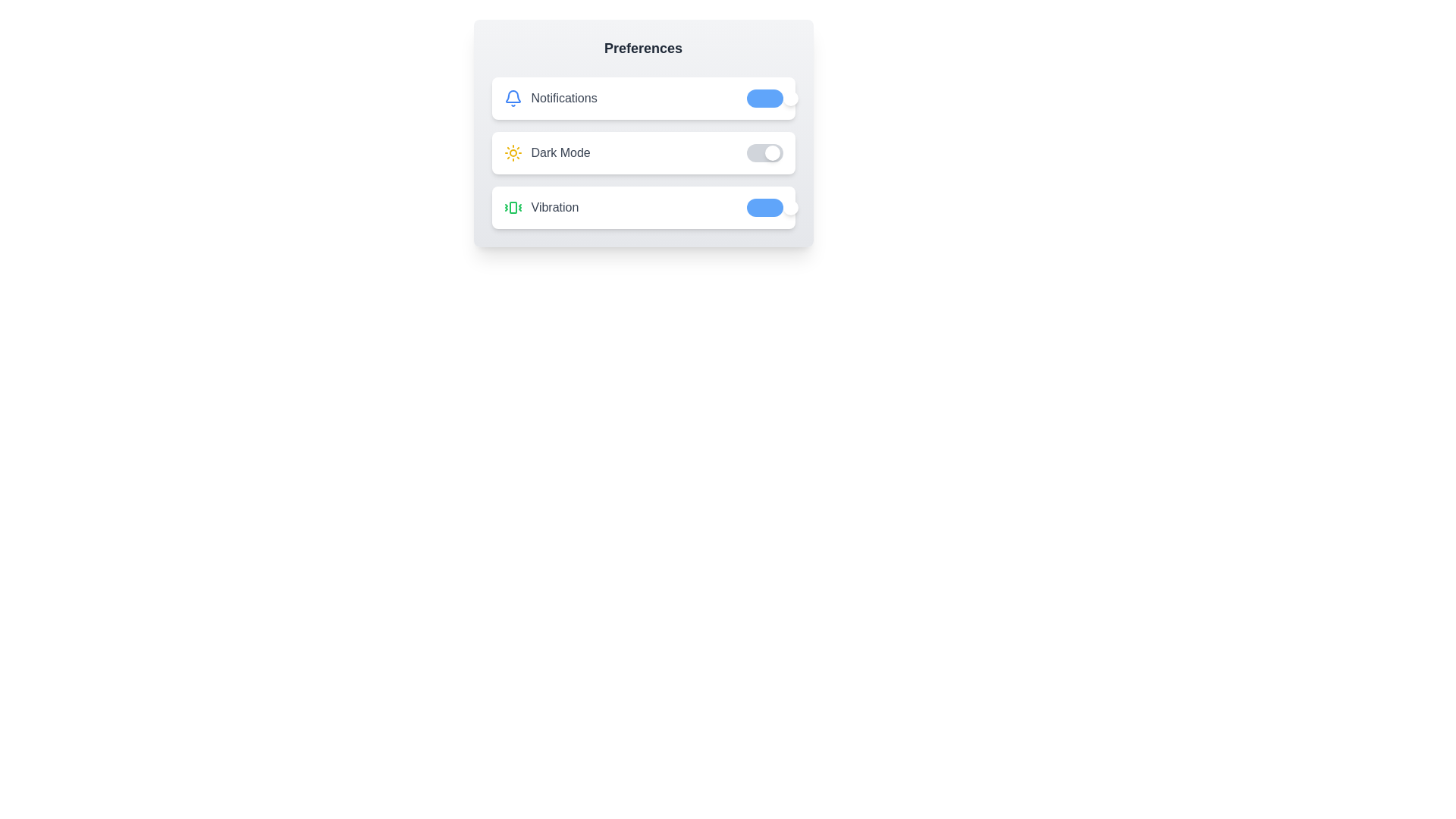 Image resolution: width=1456 pixels, height=819 pixels. Describe the element at coordinates (643, 152) in the screenshot. I see `the toggle switch for the 'Dark Mode' settings option, which is the second item in a vertical stack of settings options, located between 'Notifications' and 'Vibration'` at that location.